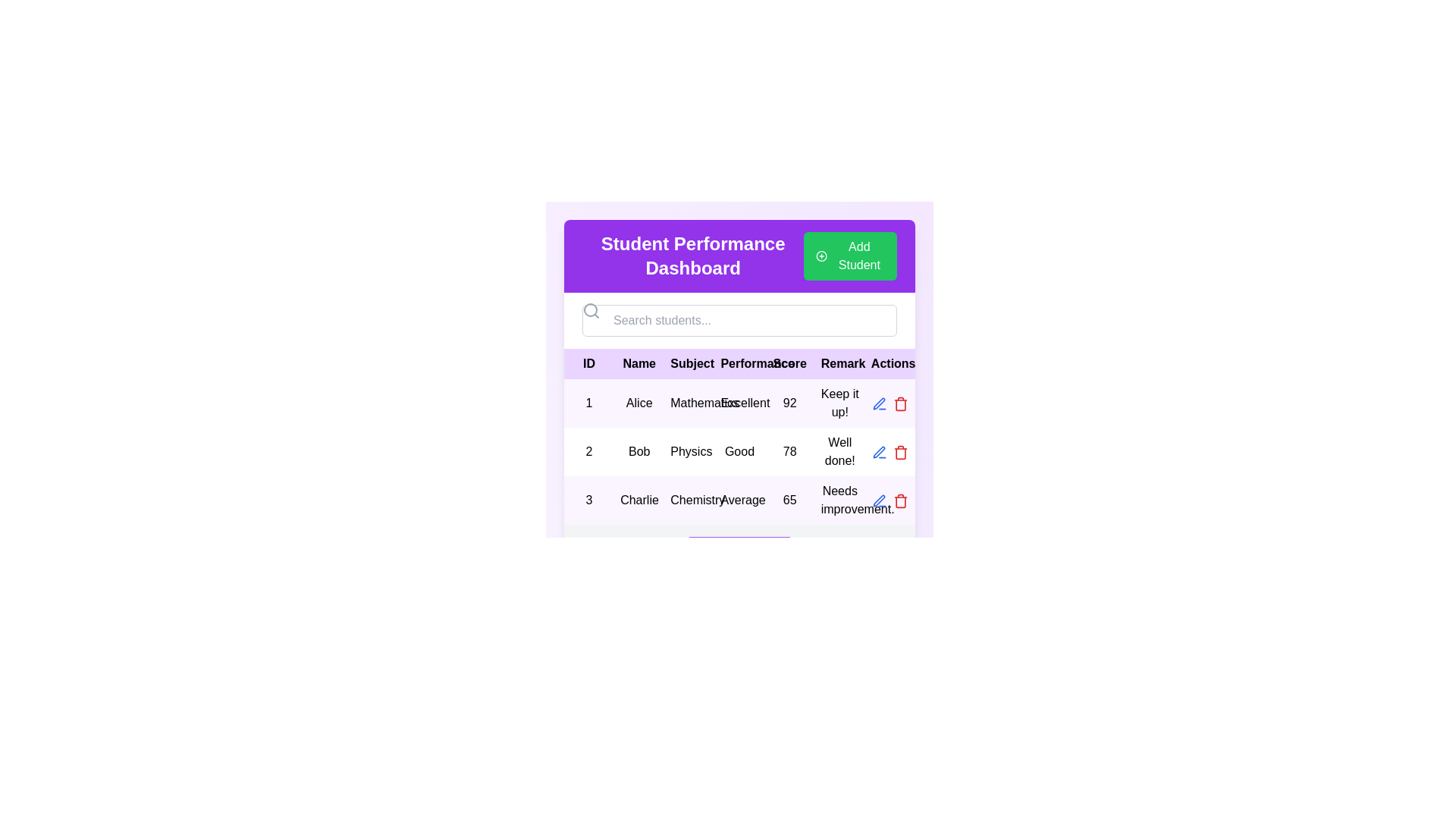 This screenshot has width=1456, height=819. Describe the element at coordinates (900, 403) in the screenshot. I see `the delete icon button located` at that location.